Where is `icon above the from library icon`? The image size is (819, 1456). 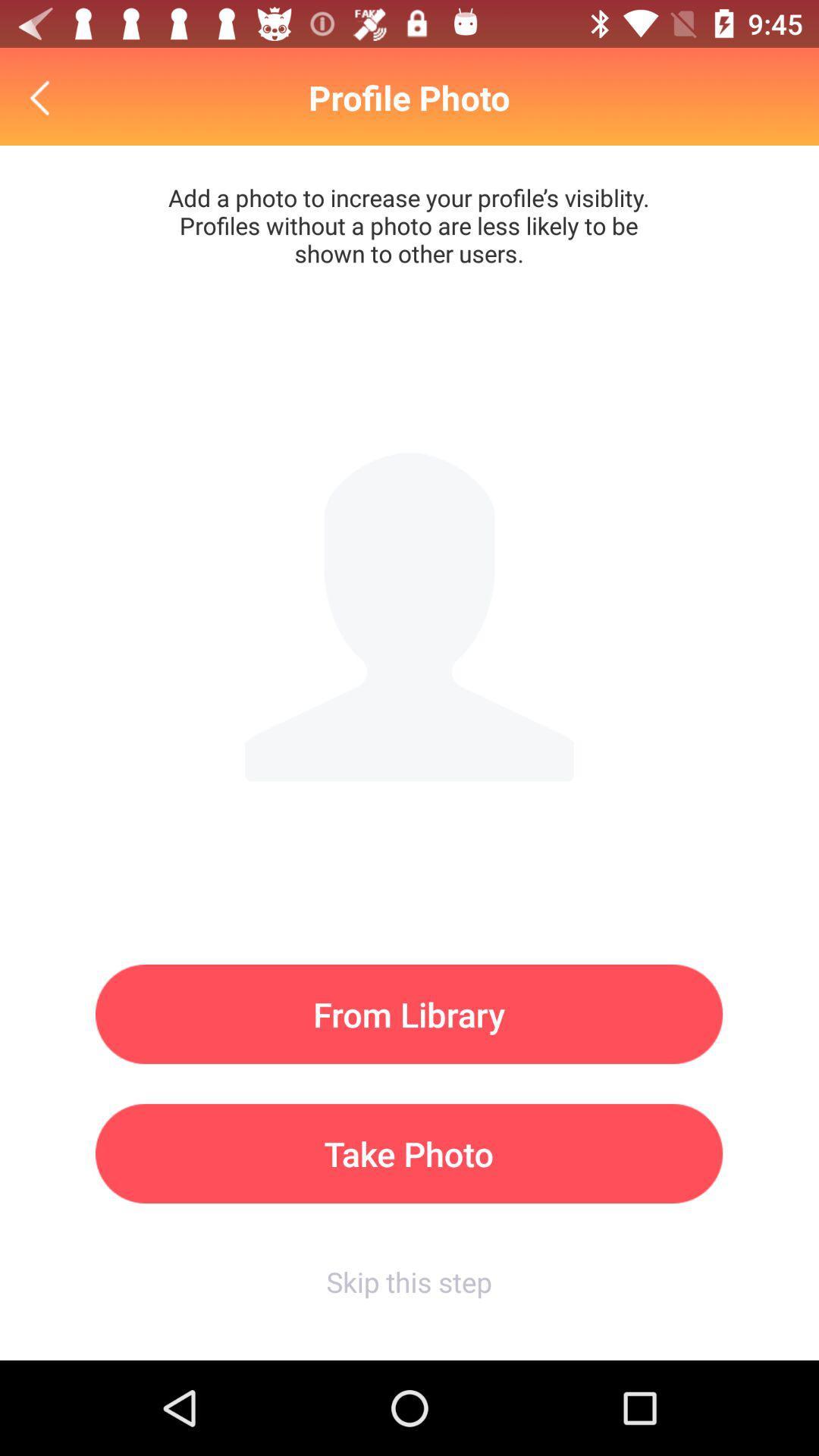 icon above the from library icon is located at coordinates (42, 97).